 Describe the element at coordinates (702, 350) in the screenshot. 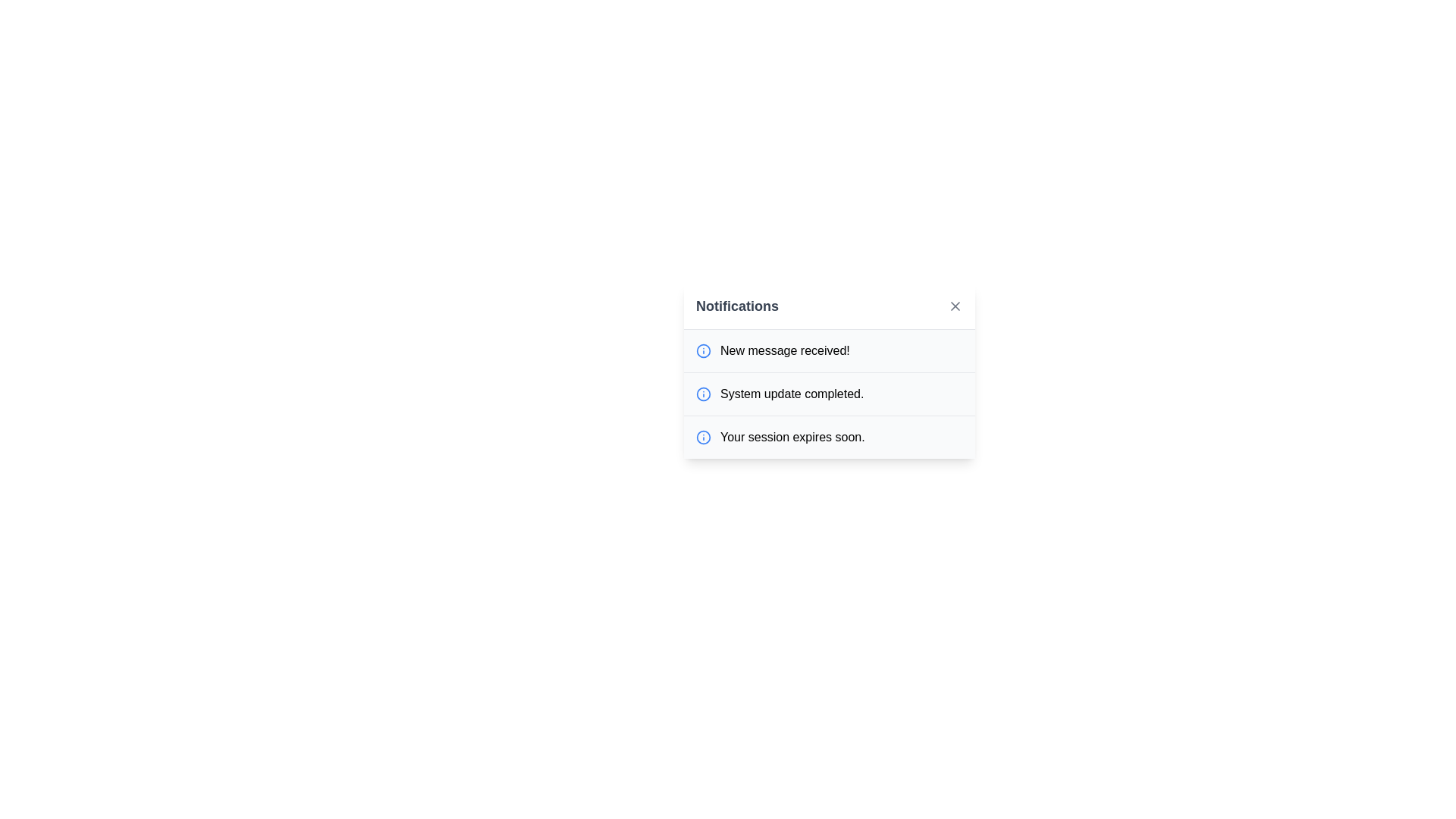

I see `the outermost circular component of the info icon located in the top-left corner of the notification card` at that location.